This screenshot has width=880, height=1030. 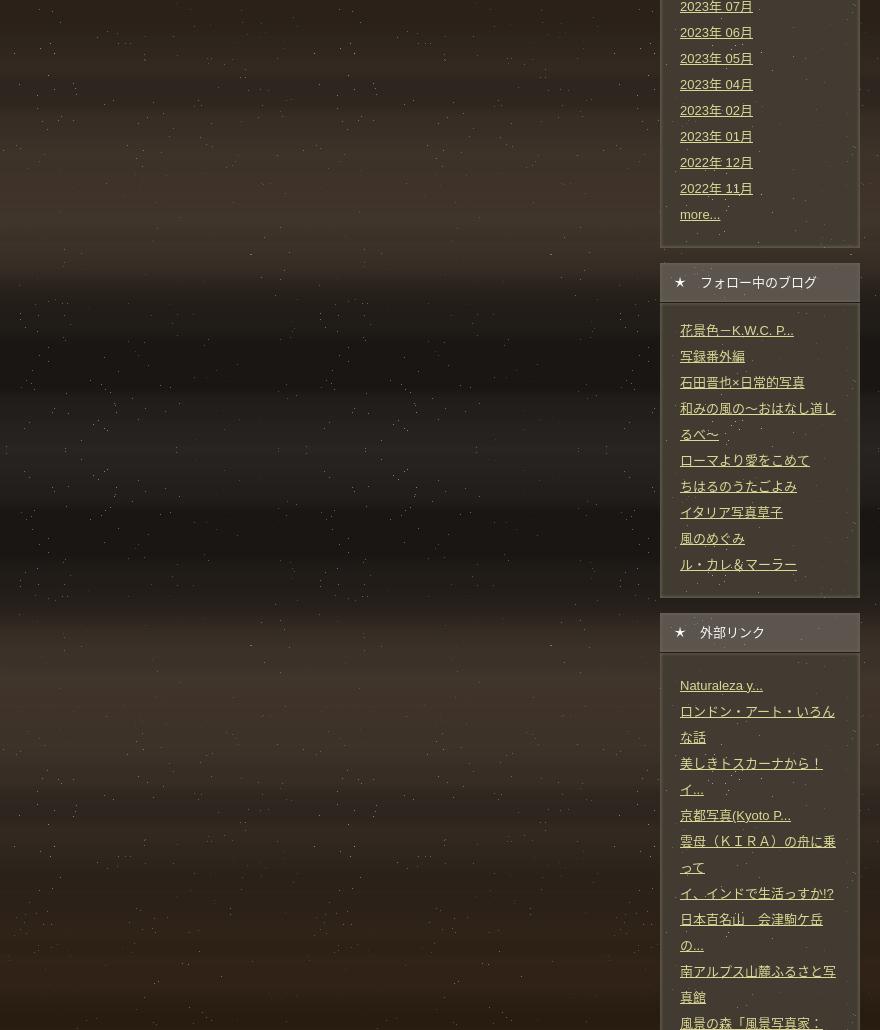 What do you see at coordinates (716, 83) in the screenshot?
I see `'2023年 04月'` at bounding box center [716, 83].